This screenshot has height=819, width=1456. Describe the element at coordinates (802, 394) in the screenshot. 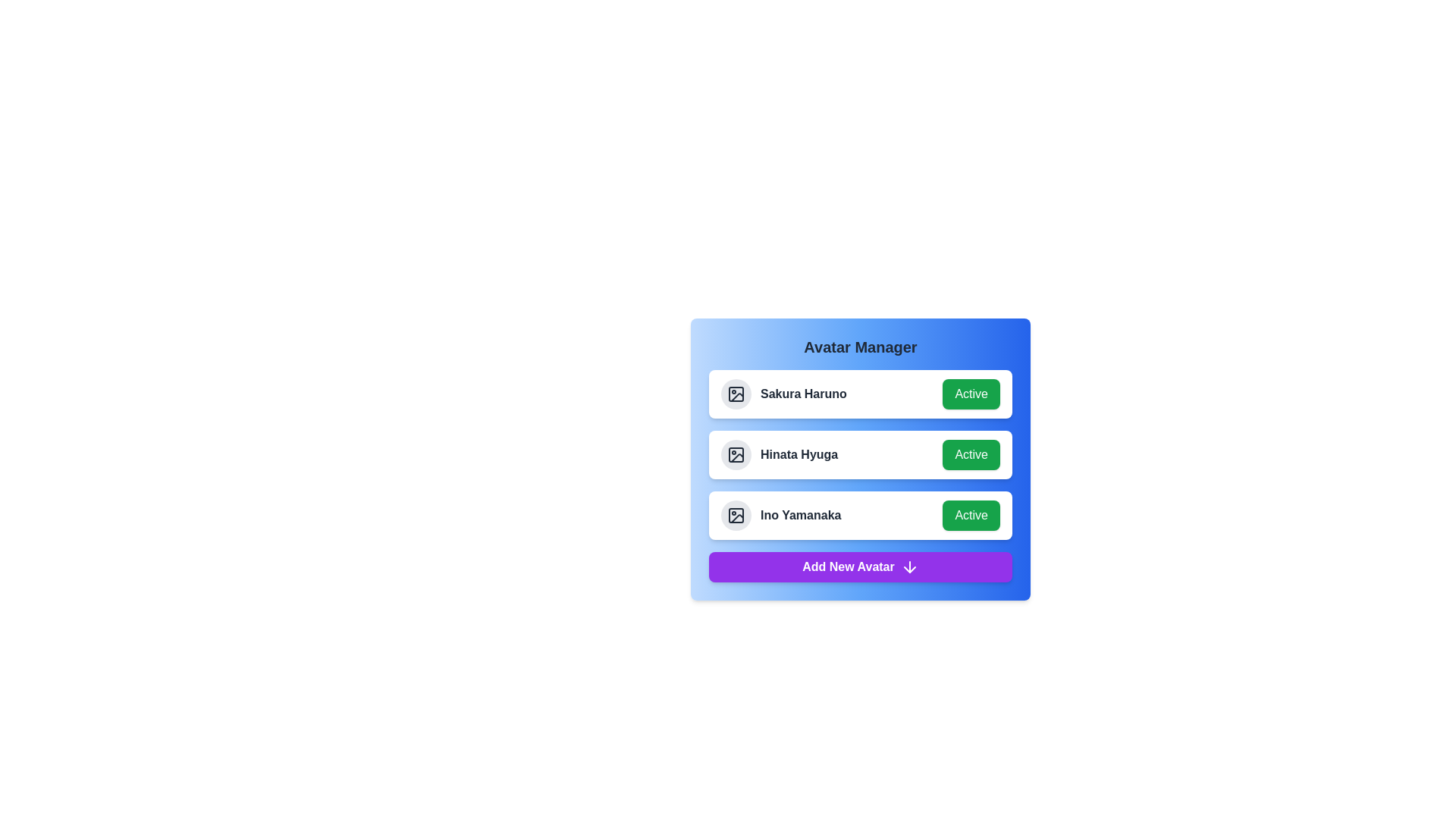

I see `the text label displaying the name 'Sakura Haruno' located in the Avatar Manager card, between the avatar icon and the Active button` at that location.